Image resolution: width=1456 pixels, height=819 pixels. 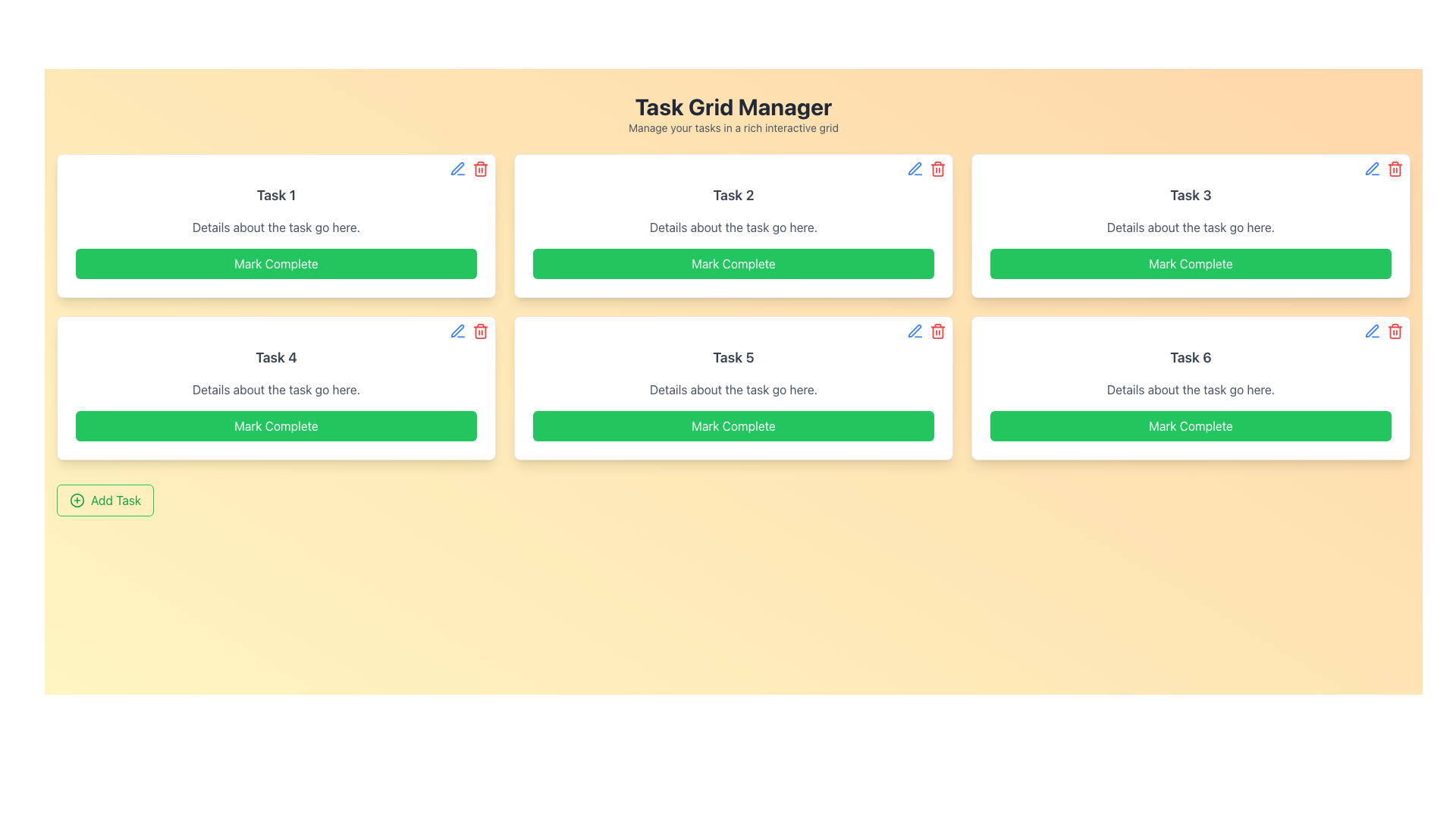 I want to click on the pen icon located in the top-right corner of the Task 3 card in the second row and first column of the grid layout, so click(x=1372, y=168).